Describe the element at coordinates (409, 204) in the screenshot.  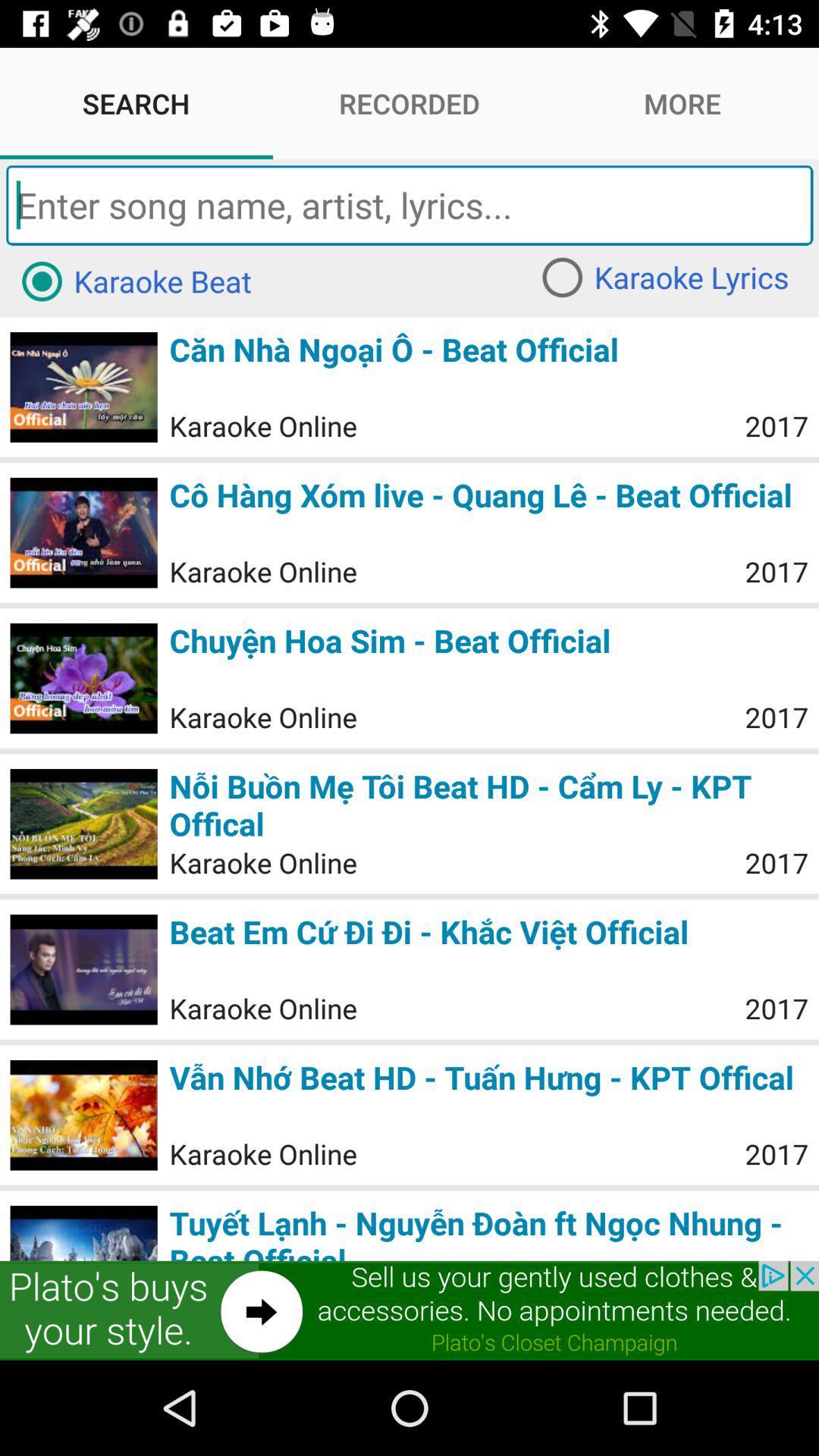
I see `search field` at that location.